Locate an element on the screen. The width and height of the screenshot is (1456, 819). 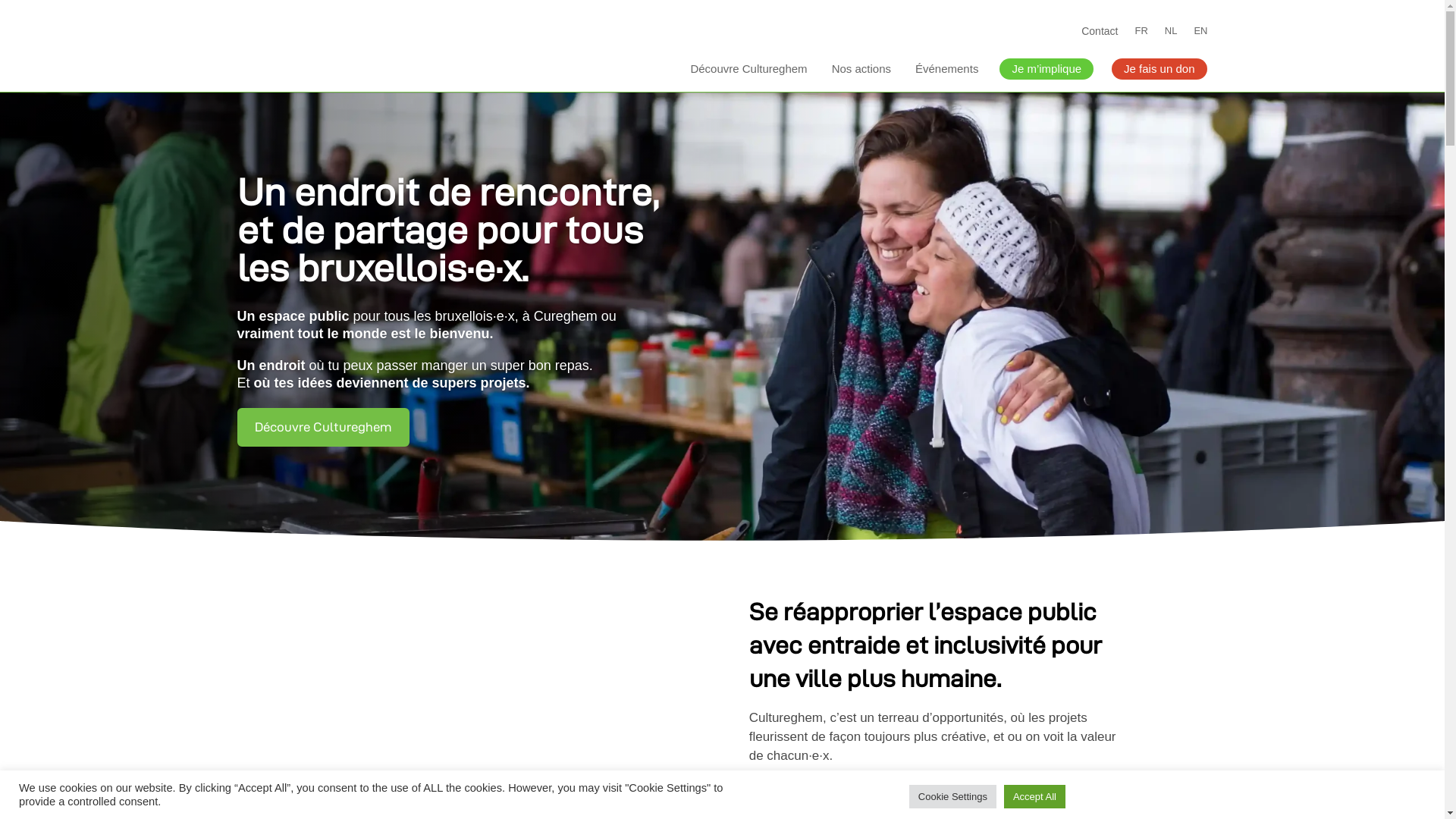
'NL' is located at coordinates (1164, 34).